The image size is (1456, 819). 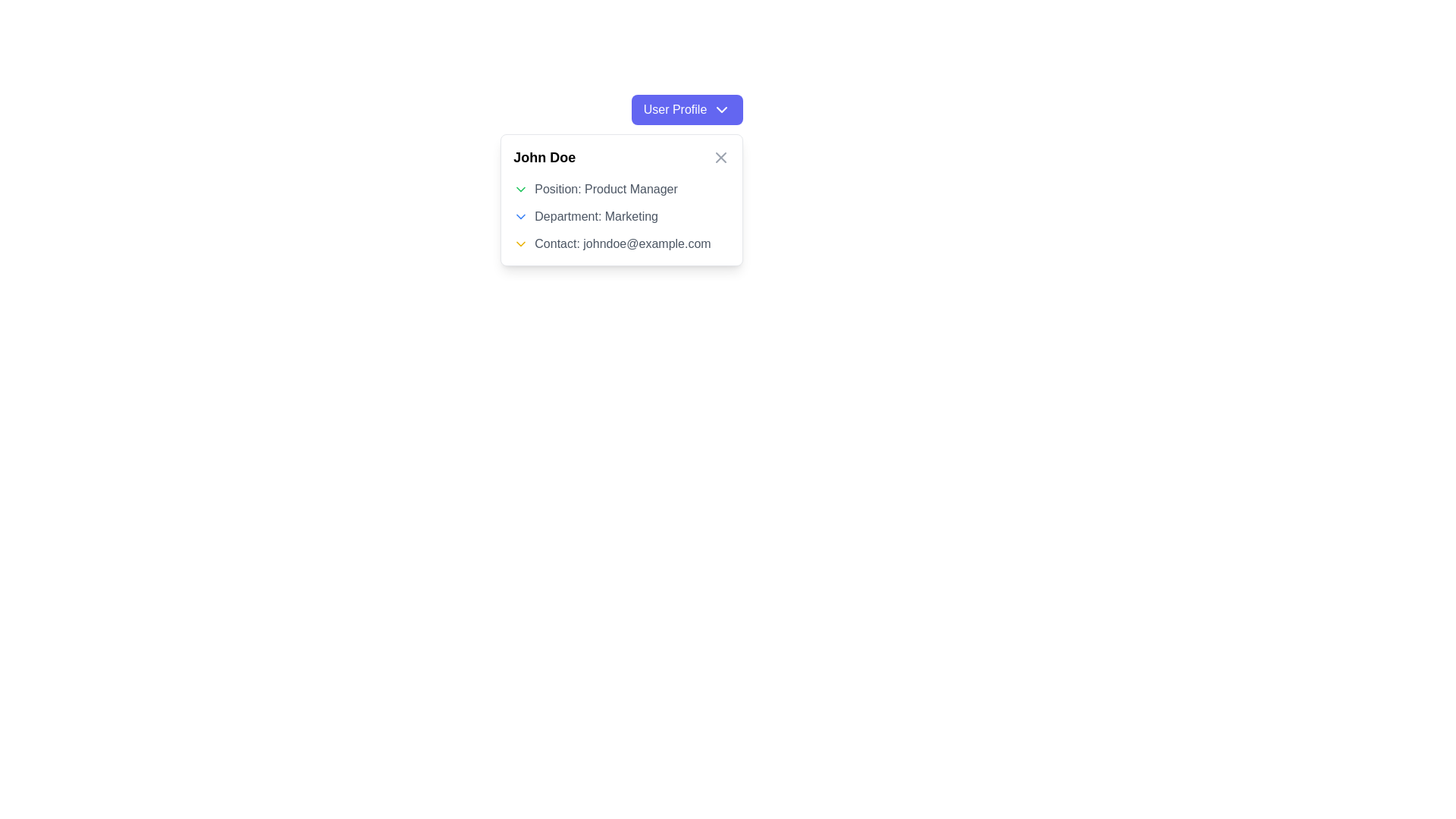 I want to click on the chevron icon located to the left of the text 'Department: Marketing', so click(x=521, y=216).